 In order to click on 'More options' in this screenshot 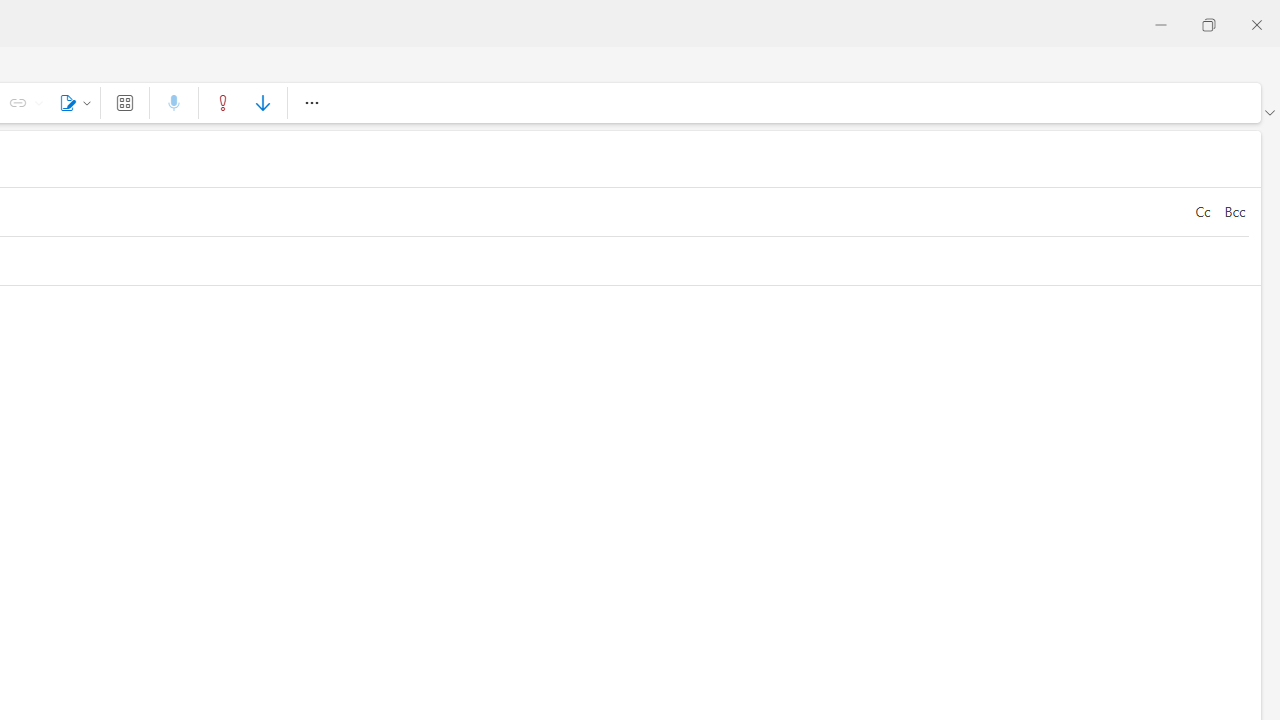, I will do `click(310, 102)`.